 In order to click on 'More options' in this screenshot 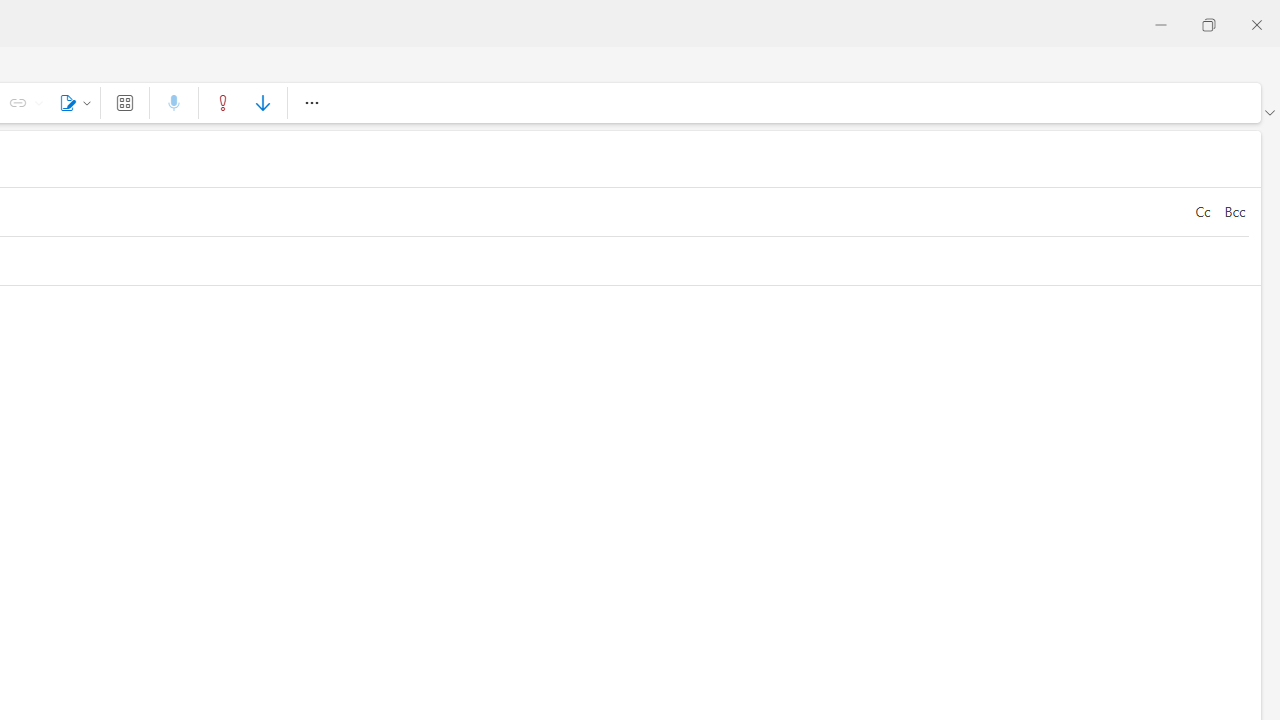, I will do `click(310, 102)`.